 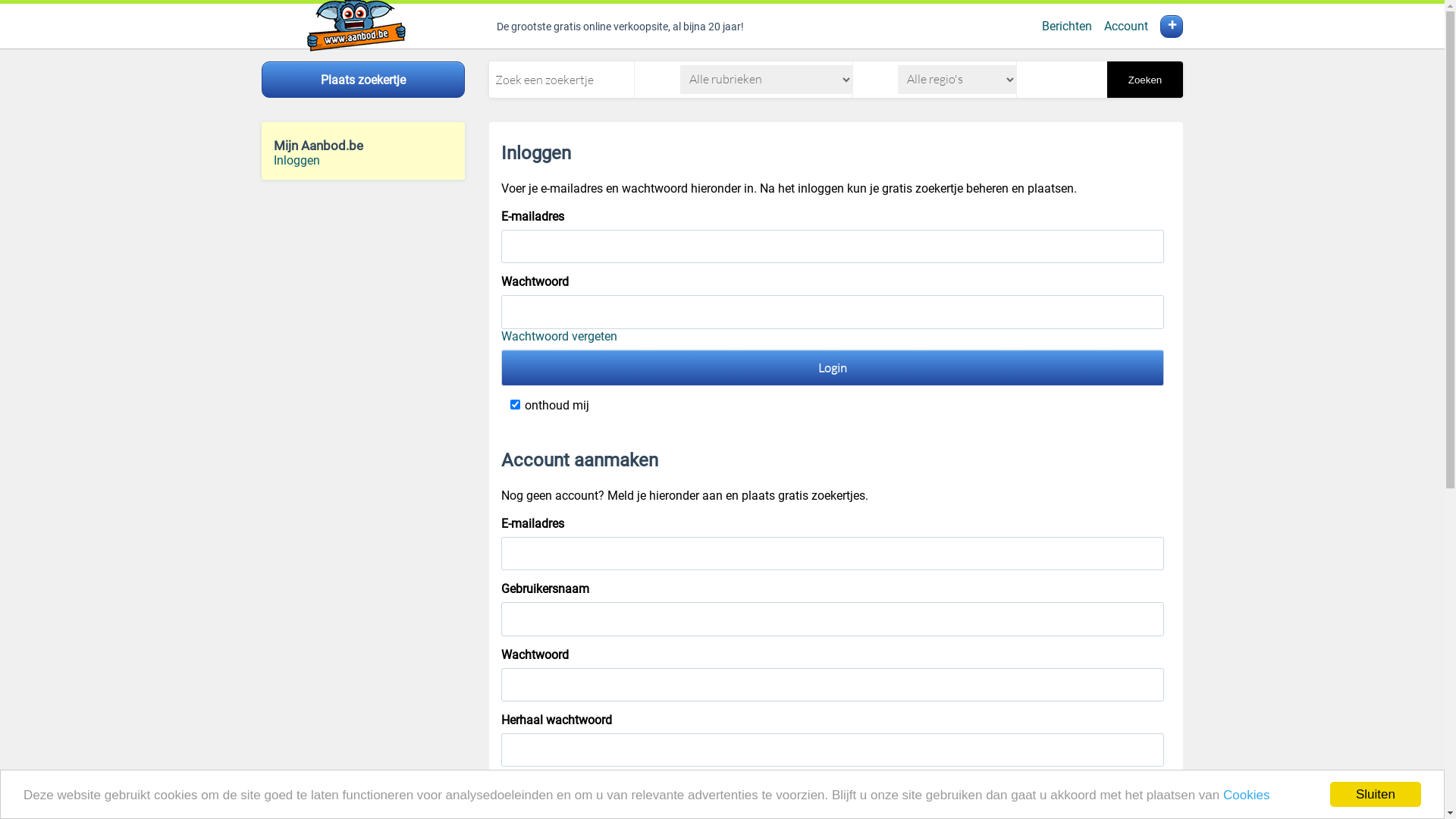 I want to click on 'Sluiten', so click(x=1376, y=793).